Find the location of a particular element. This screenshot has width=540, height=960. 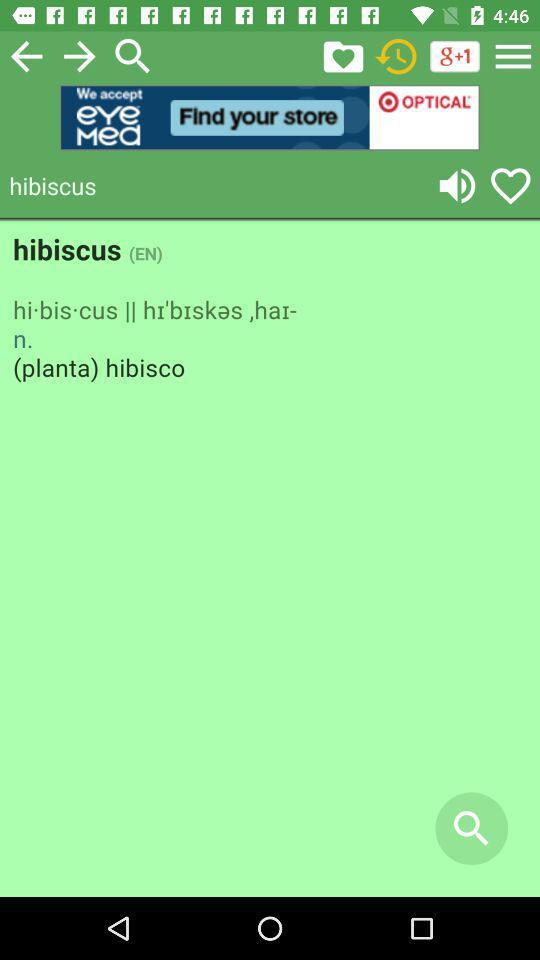

the menu icon is located at coordinates (513, 55).